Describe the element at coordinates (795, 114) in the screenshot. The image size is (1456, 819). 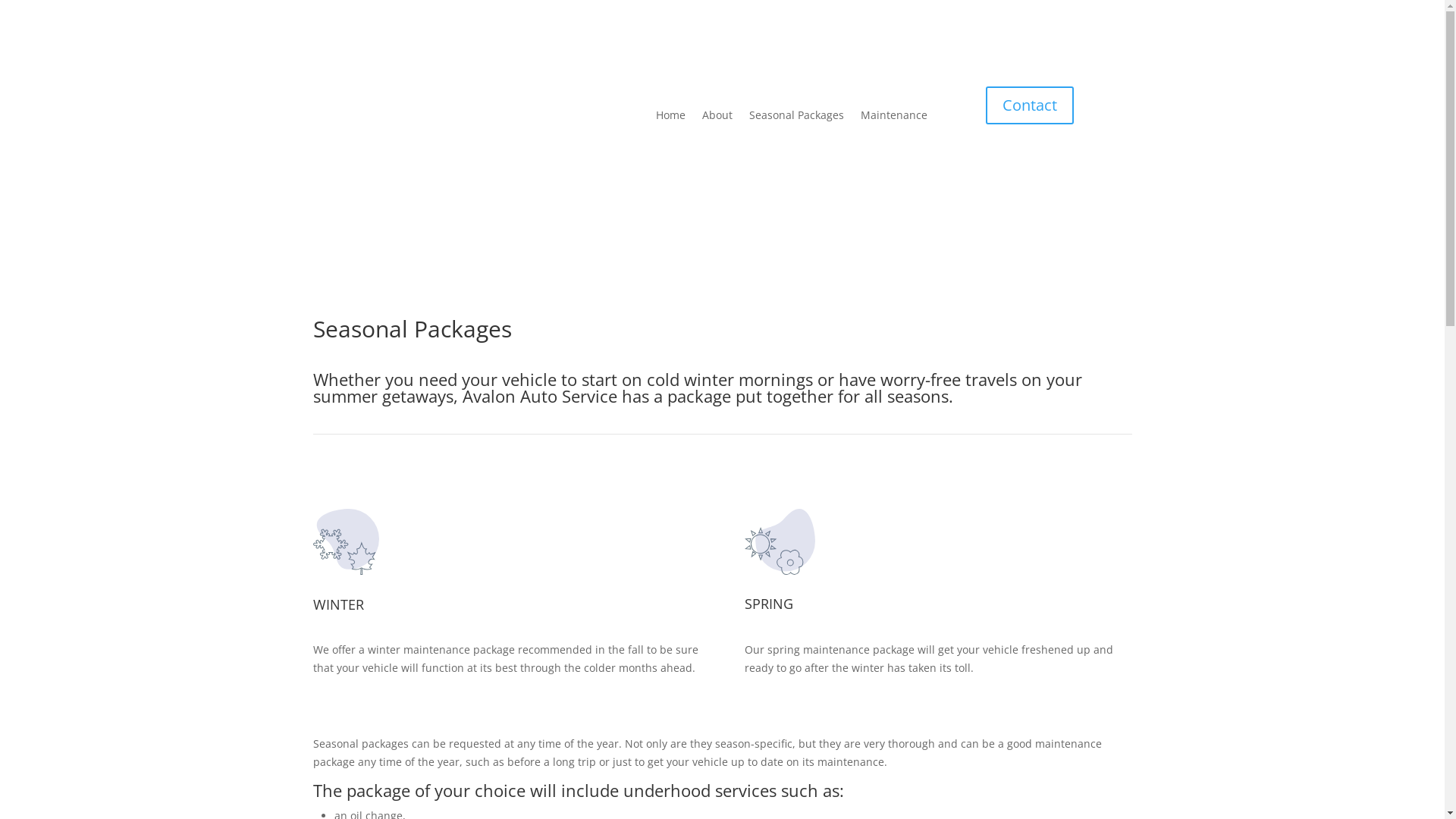
I see `'Seasonal Packages'` at that location.